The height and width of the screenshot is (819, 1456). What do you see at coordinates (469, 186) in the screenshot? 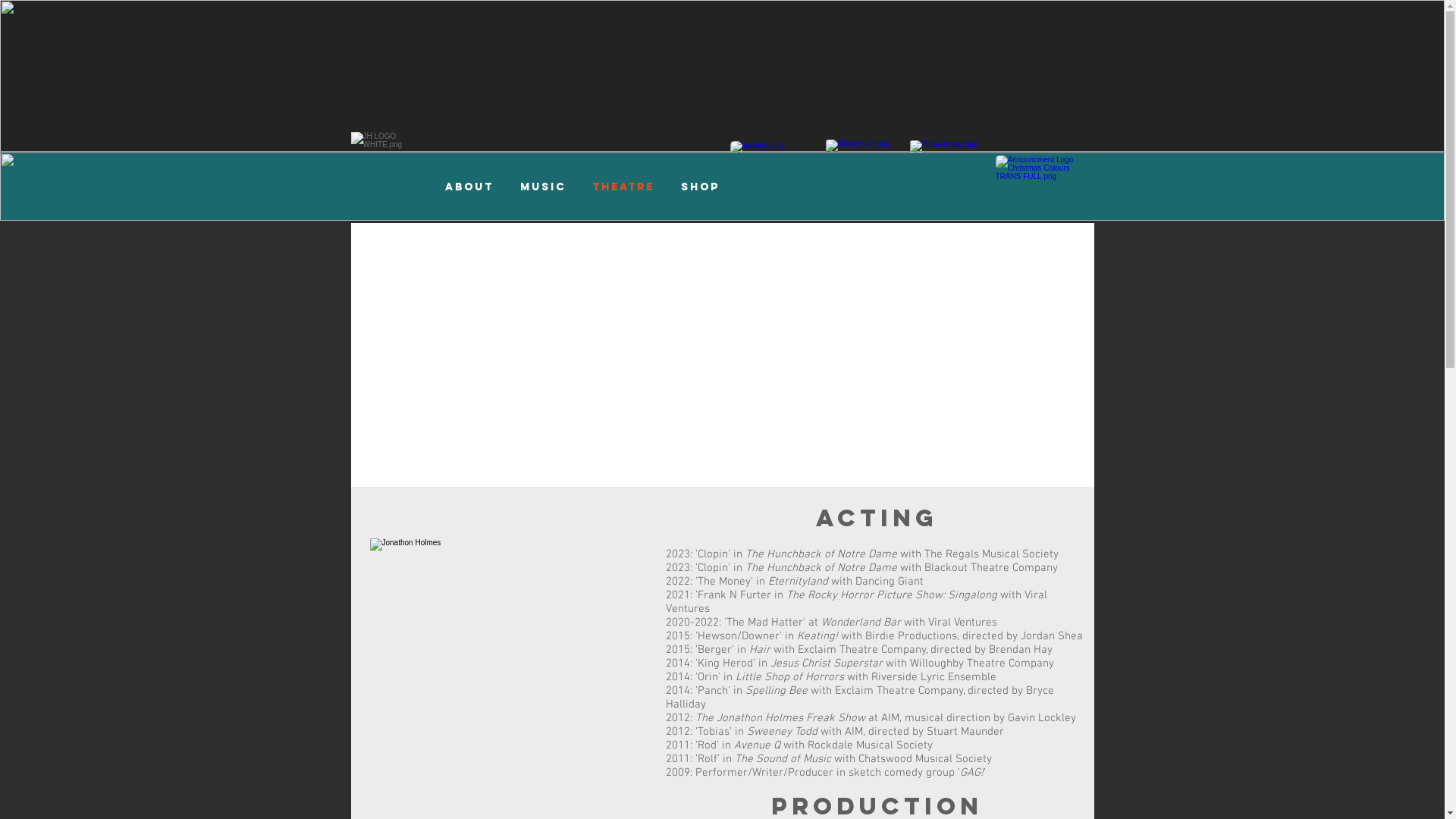
I see `'ABOUT'` at bounding box center [469, 186].